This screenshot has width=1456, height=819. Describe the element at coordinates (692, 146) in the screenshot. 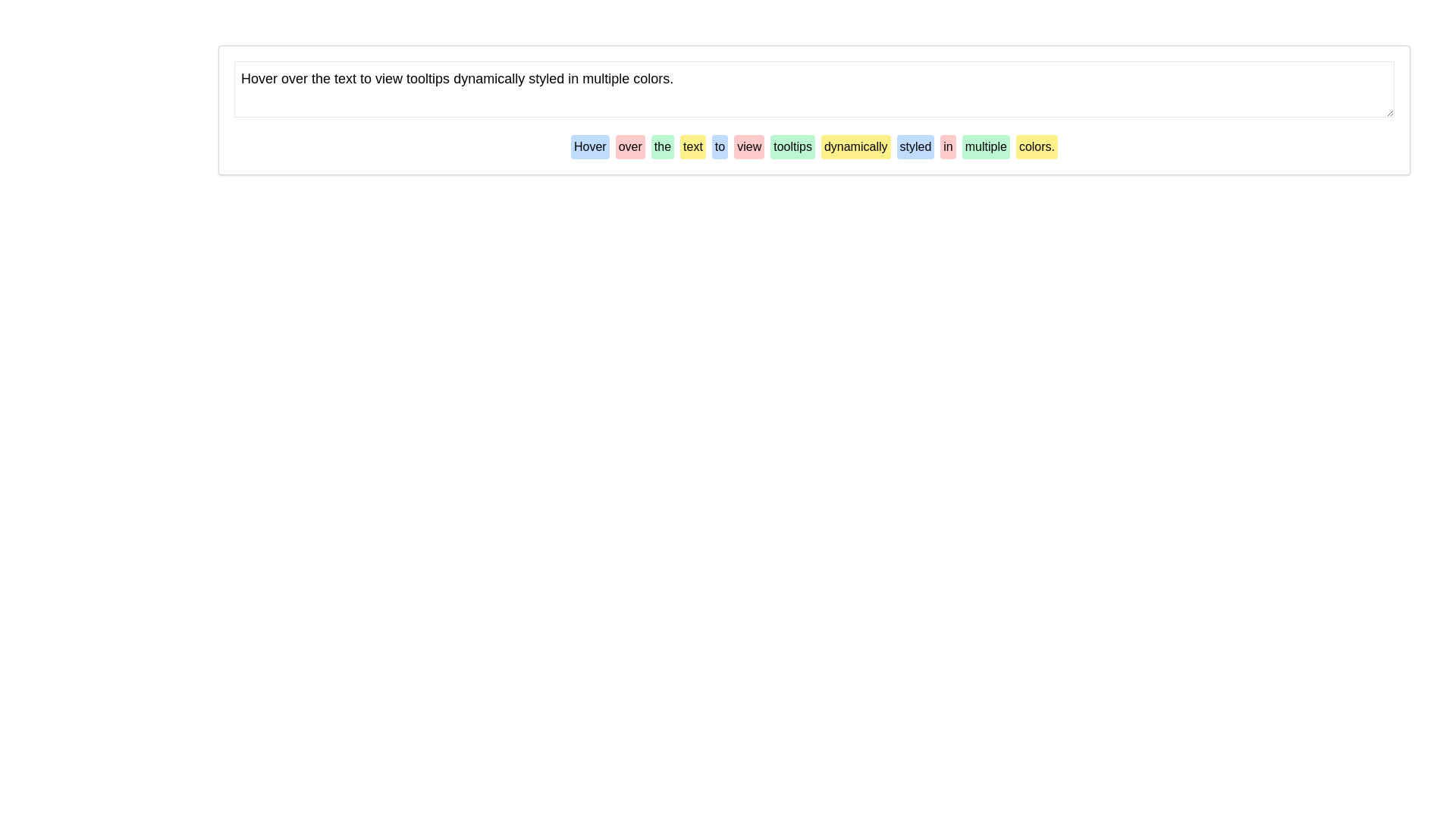

I see `the button-like UI component with rounded corners and a yellow background displaying the text 'Tooltip for texttext', which is the fourth item in a horizontal sequence of similarly styled components` at that location.